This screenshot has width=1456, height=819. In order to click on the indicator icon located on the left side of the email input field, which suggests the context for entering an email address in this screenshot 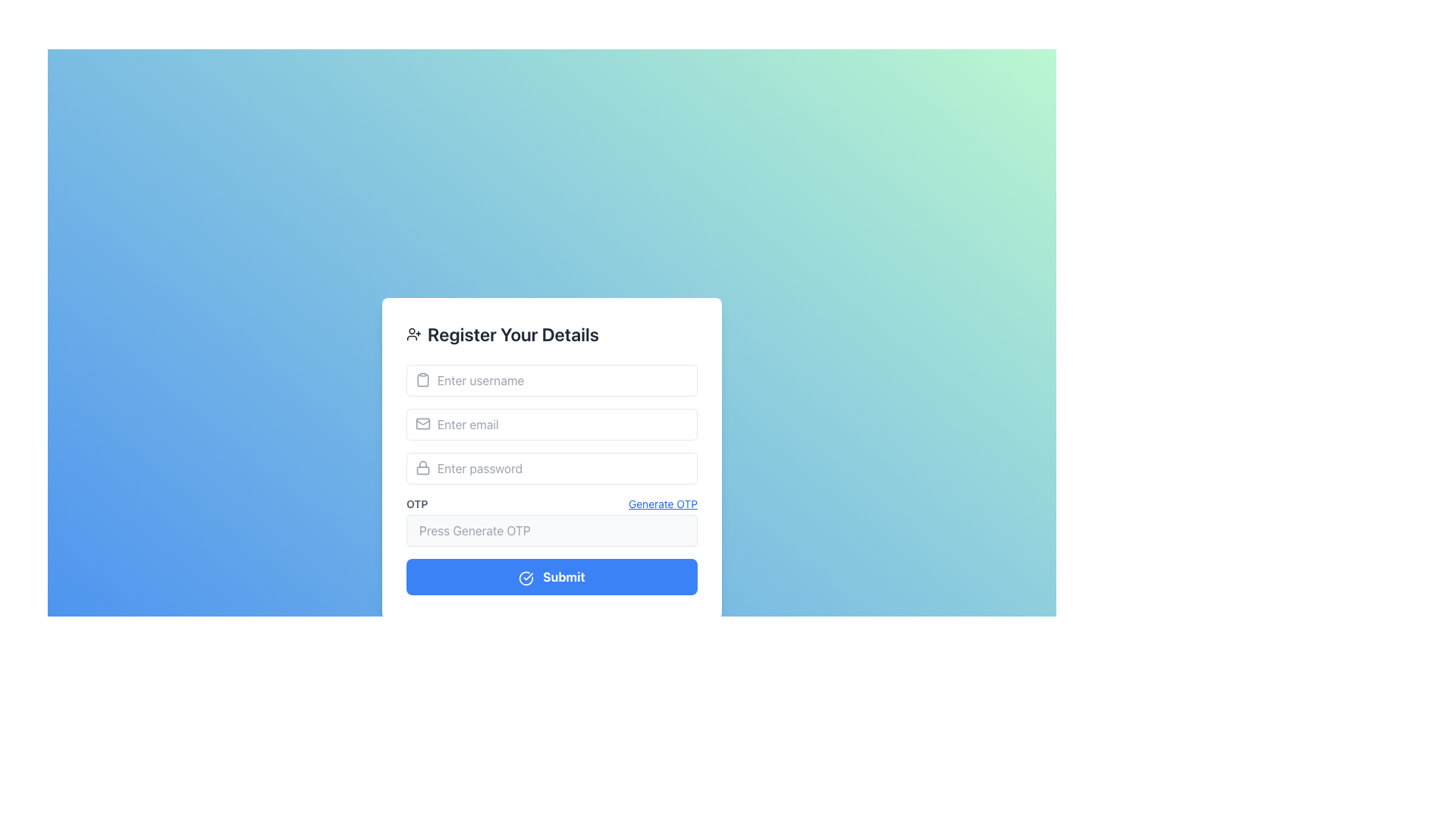, I will do `click(422, 424)`.